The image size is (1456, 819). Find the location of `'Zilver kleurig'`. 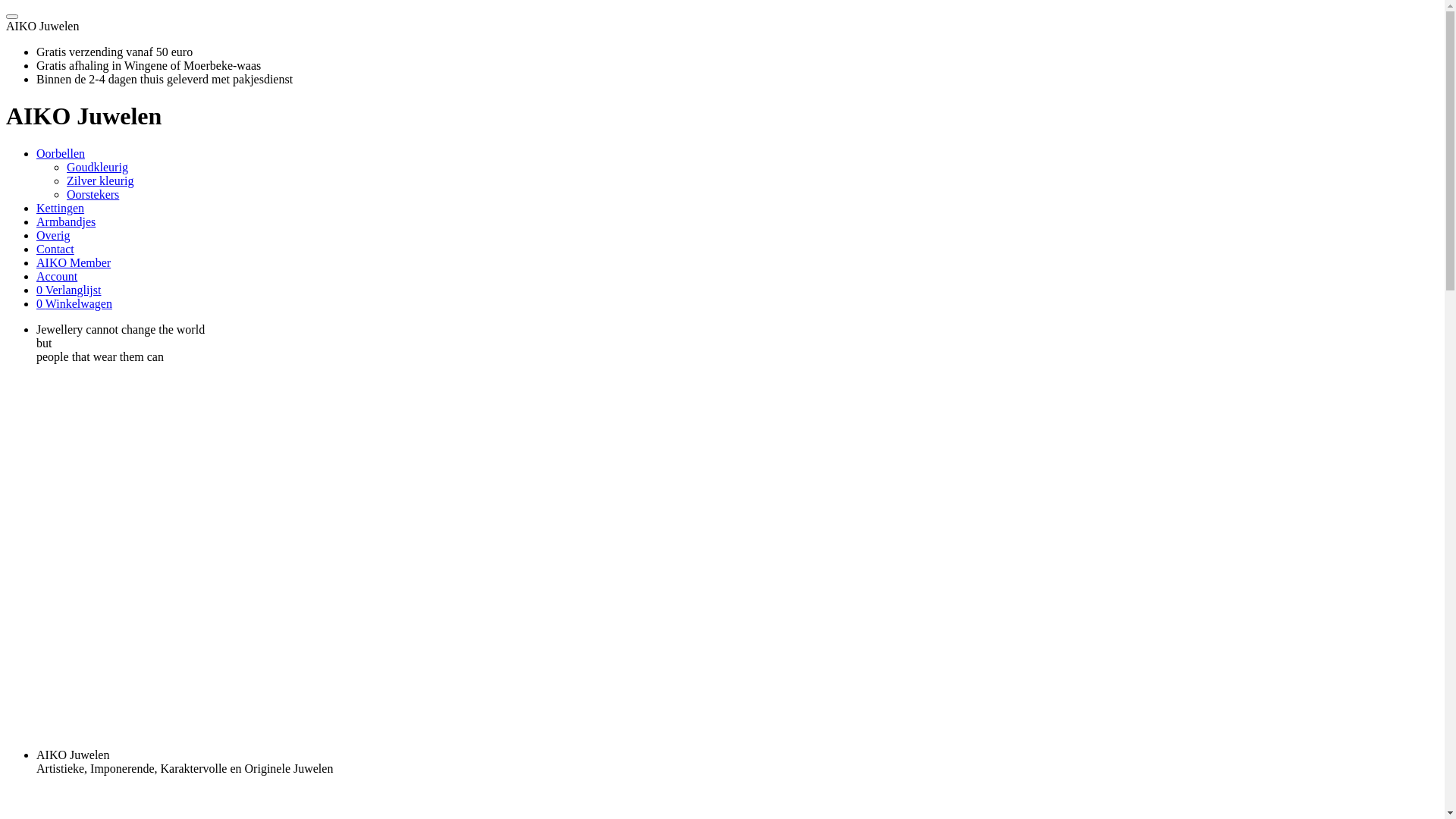

'Zilver kleurig' is located at coordinates (99, 180).